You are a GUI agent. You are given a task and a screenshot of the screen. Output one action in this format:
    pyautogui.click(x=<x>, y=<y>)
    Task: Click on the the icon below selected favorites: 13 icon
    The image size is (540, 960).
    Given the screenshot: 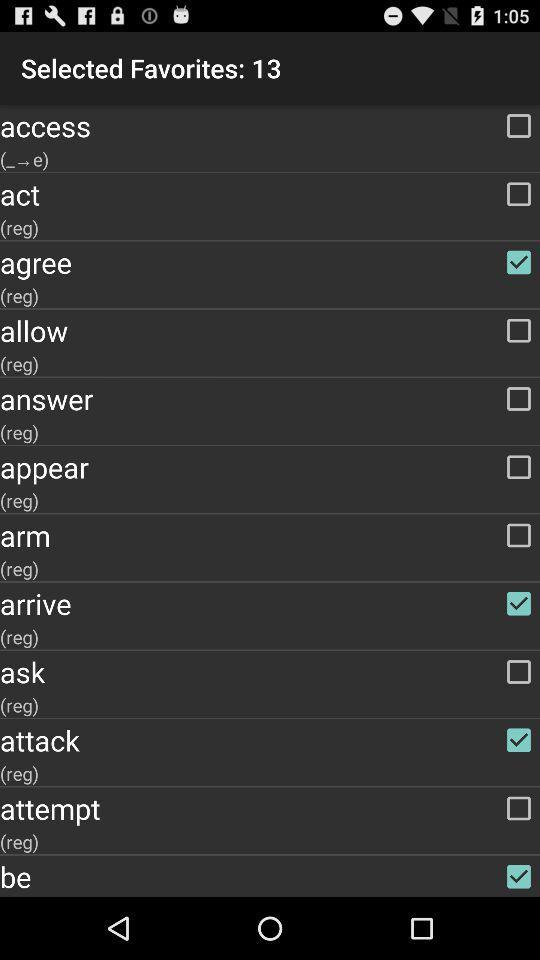 What is the action you would take?
    pyautogui.click(x=270, y=125)
    